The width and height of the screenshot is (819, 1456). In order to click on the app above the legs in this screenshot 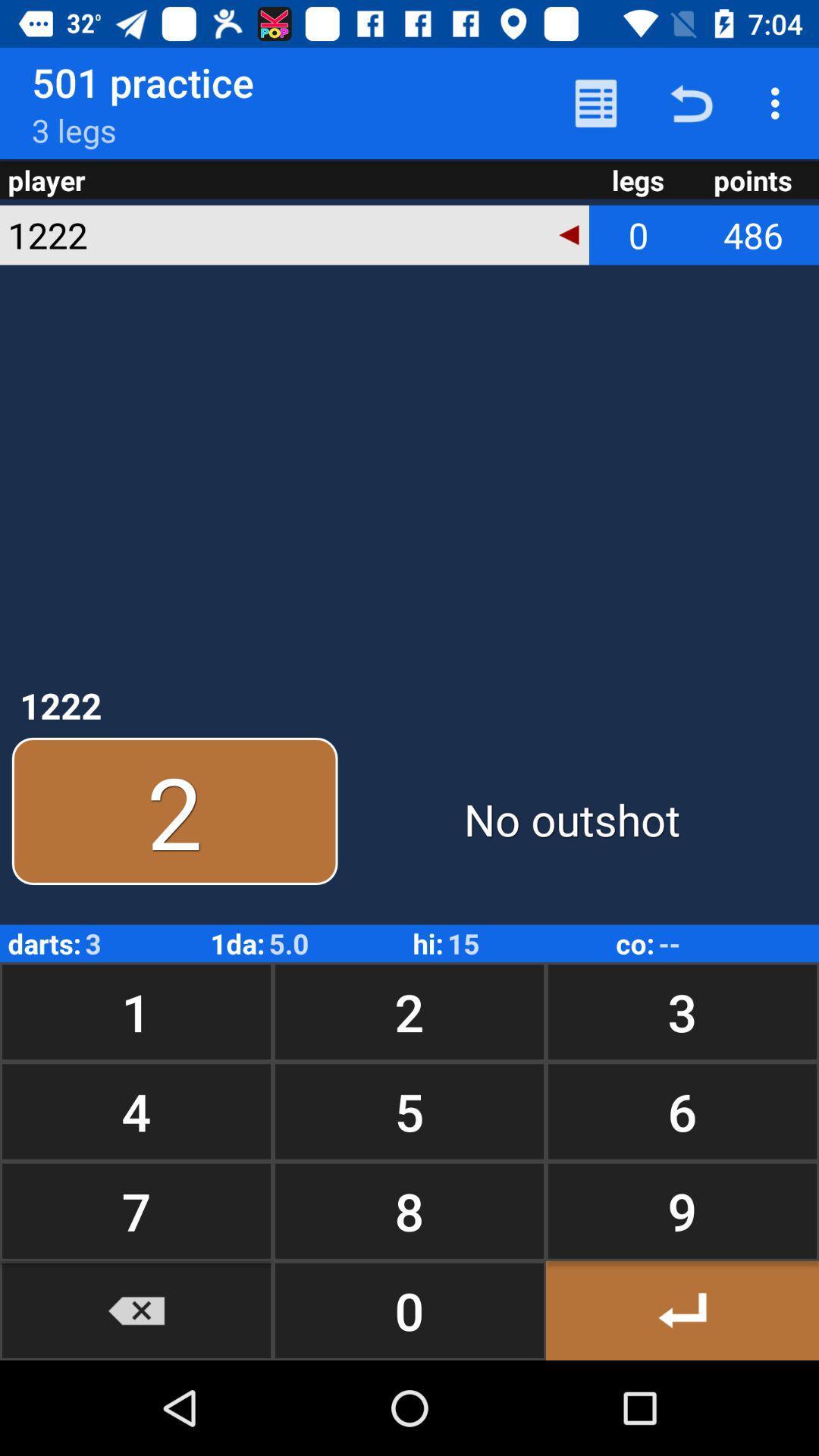, I will do `click(691, 102)`.